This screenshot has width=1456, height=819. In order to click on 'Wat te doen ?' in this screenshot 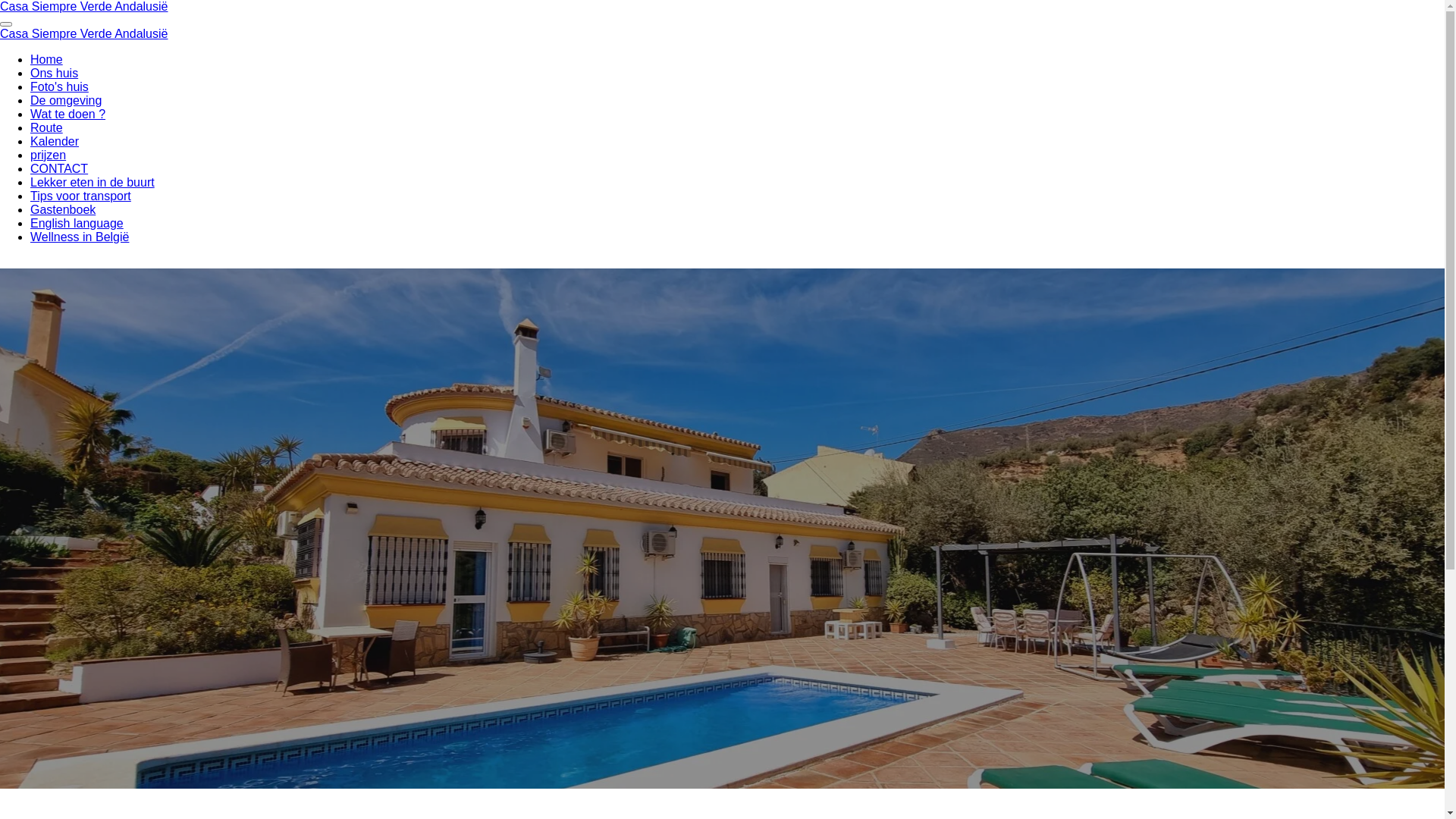, I will do `click(67, 113)`.